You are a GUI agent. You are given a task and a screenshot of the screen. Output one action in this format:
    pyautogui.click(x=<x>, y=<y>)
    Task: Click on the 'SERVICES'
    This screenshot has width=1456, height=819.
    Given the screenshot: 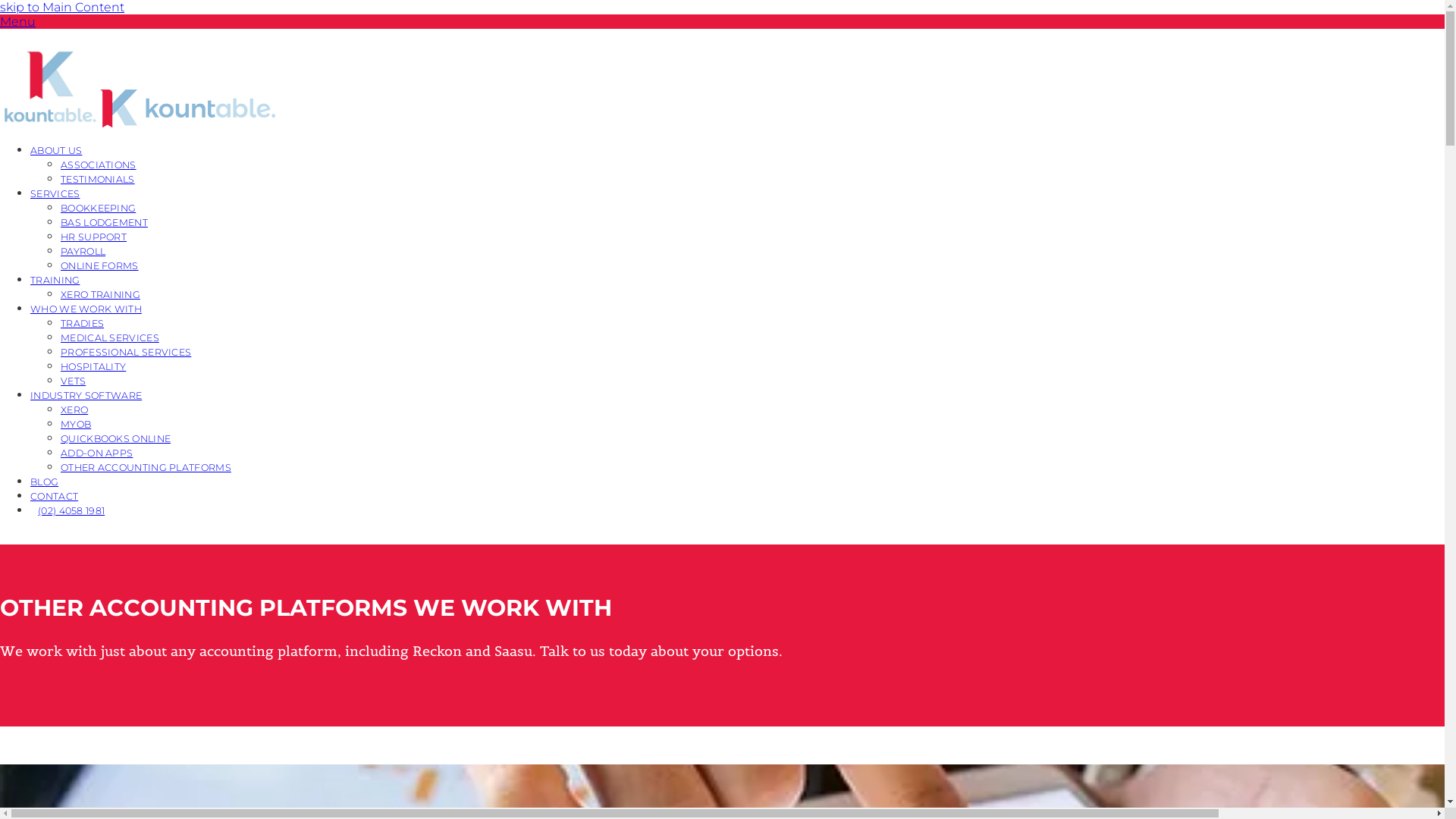 What is the action you would take?
    pyautogui.click(x=55, y=192)
    